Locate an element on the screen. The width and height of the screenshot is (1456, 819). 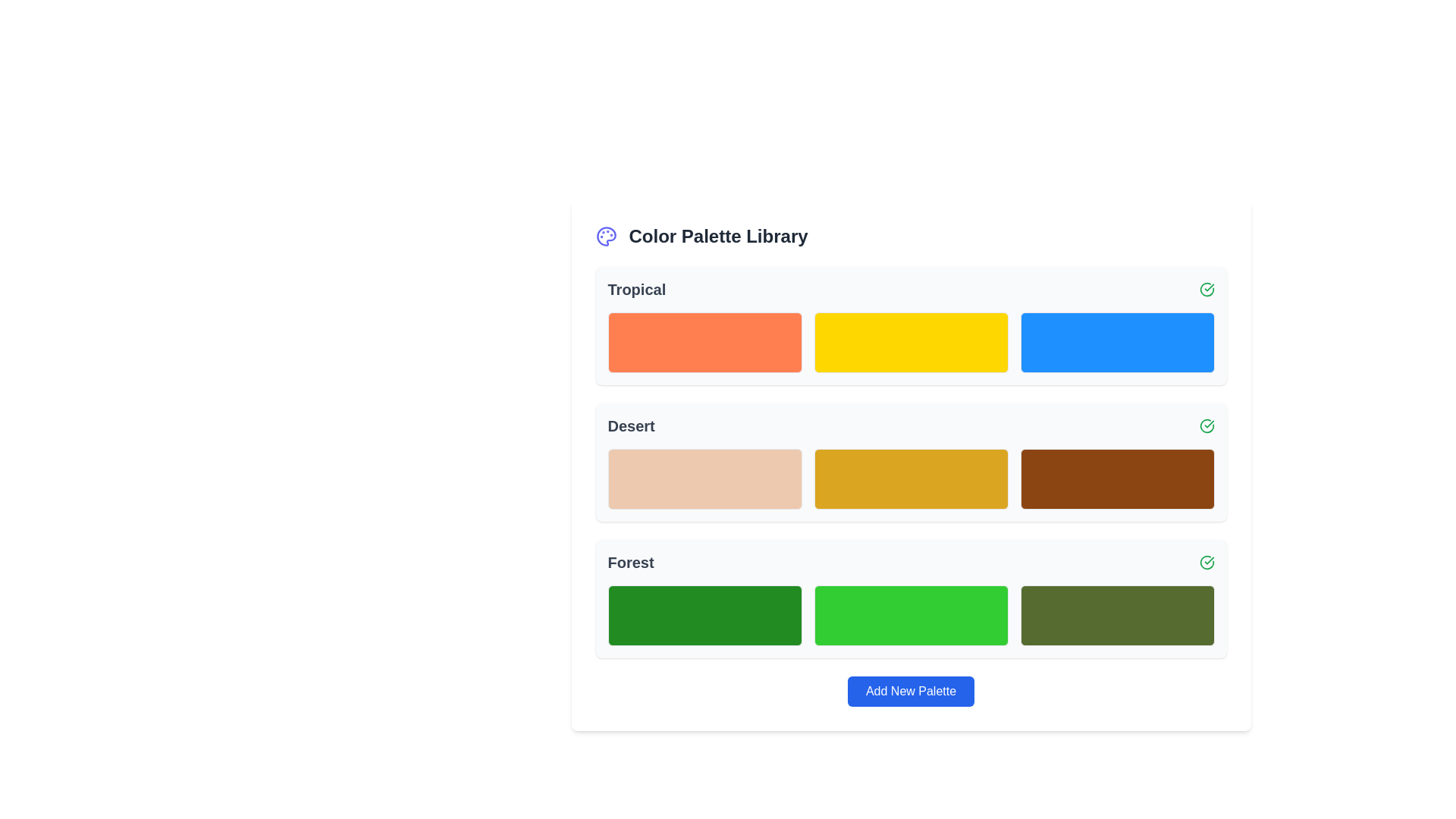
the third color swatch in the 'Forest' palette is located at coordinates (1117, 616).